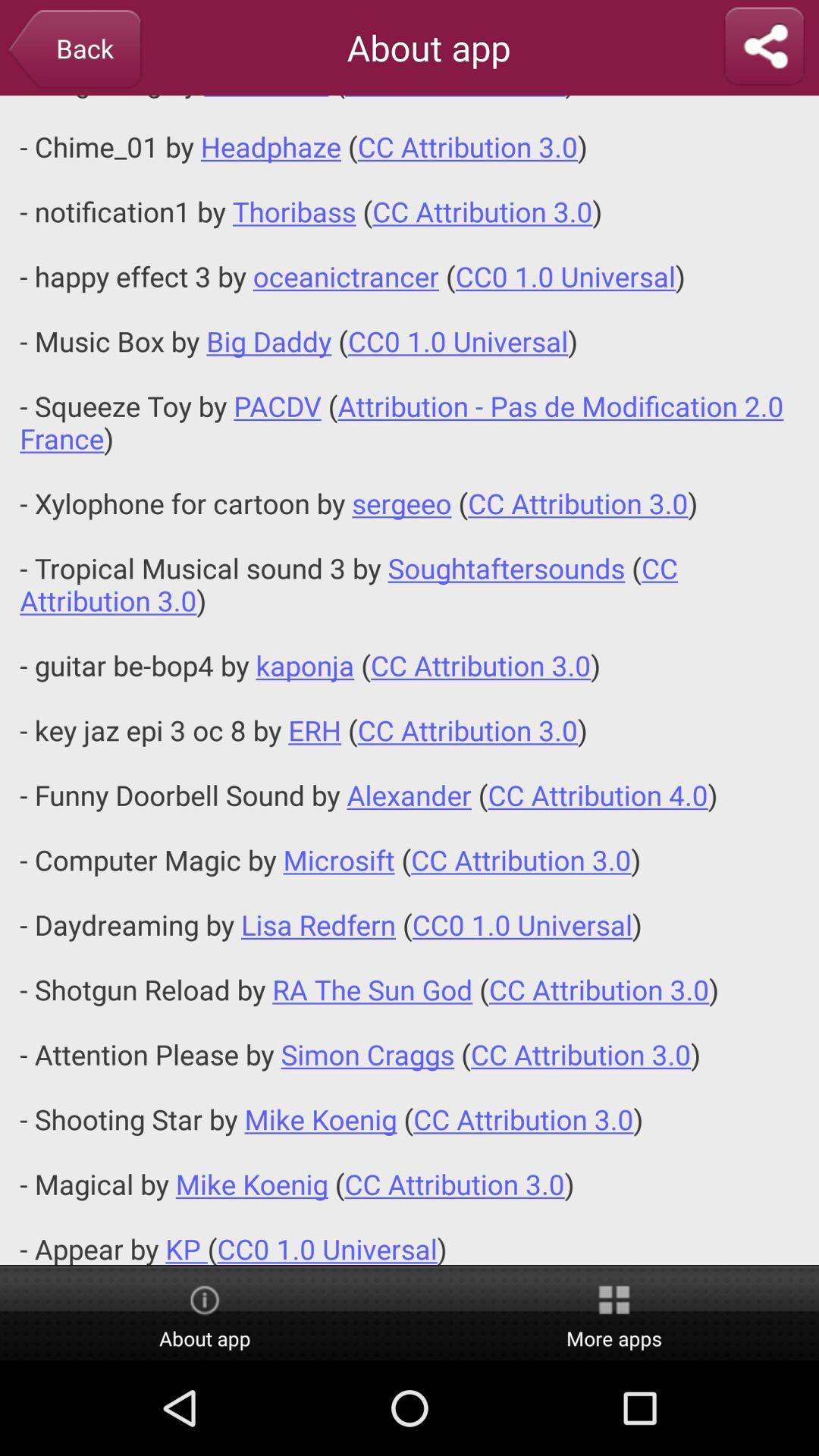 The image size is (819, 1456). What do you see at coordinates (74, 50) in the screenshot?
I see `back button` at bounding box center [74, 50].